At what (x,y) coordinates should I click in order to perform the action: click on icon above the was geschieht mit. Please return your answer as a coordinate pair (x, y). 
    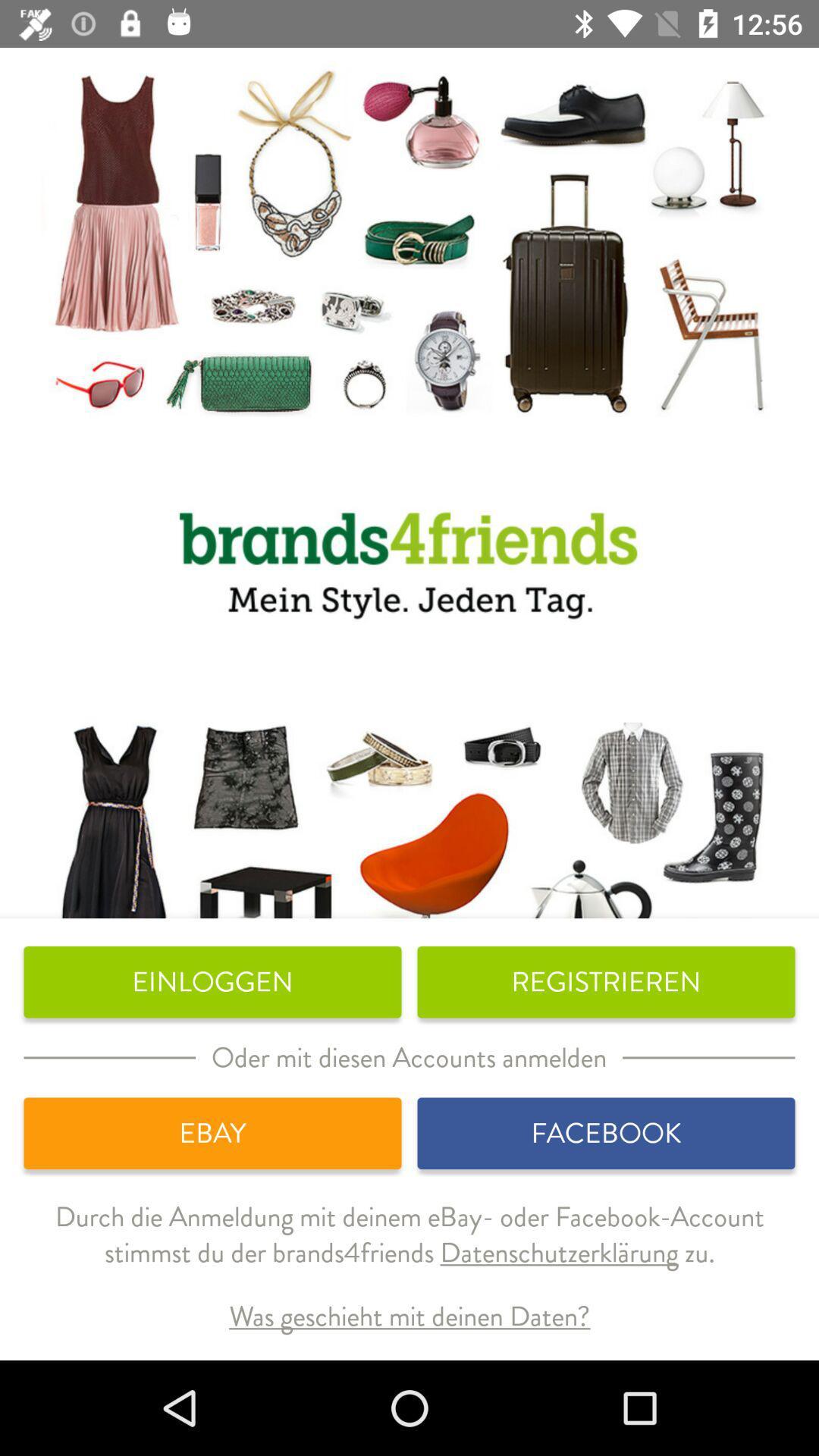
    Looking at the image, I should click on (409, 1247).